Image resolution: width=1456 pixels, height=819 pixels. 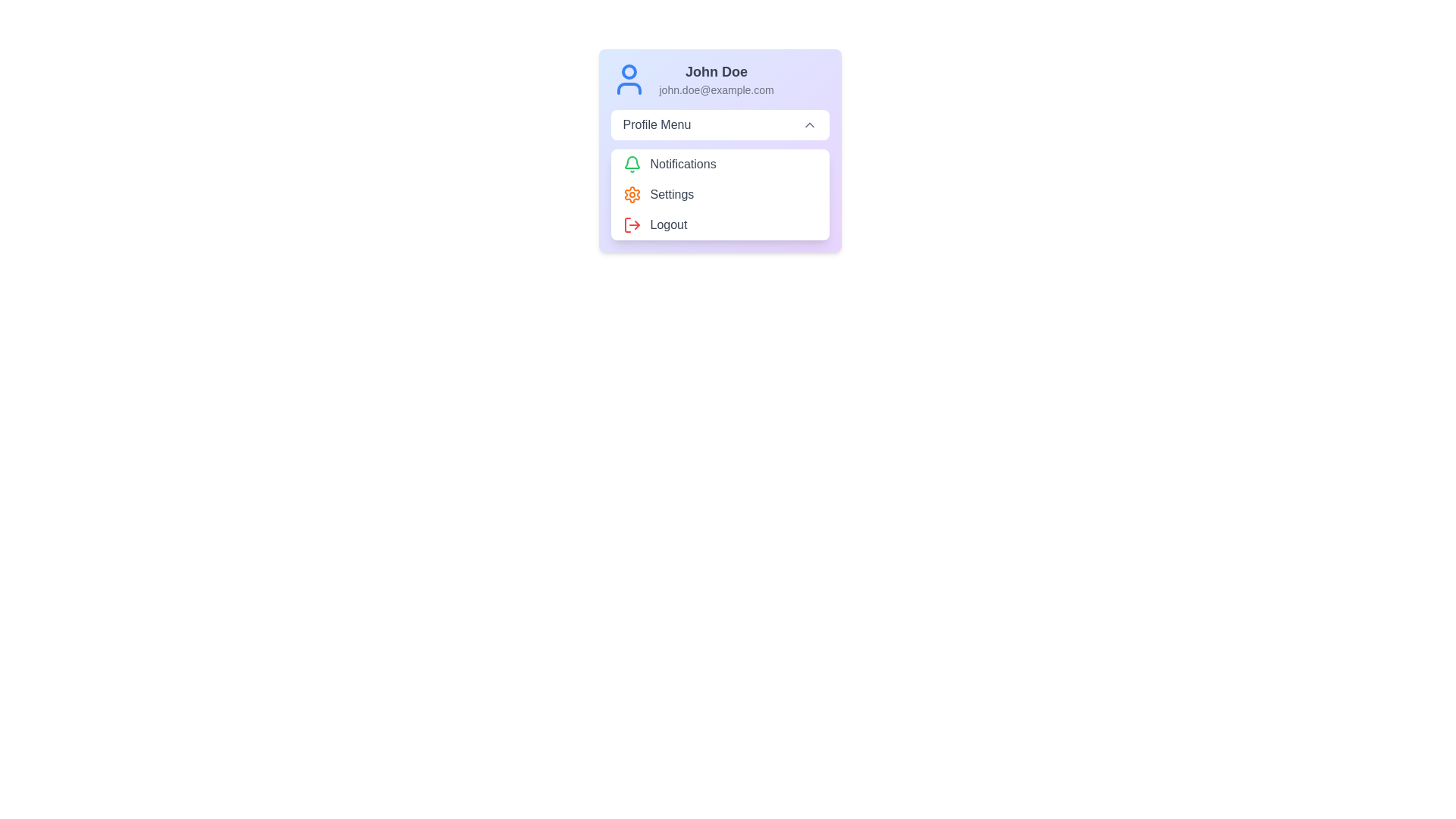 What do you see at coordinates (671, 194) in the screenshot?
I see `the 'Settings' text label, which is styled in gray and positioned in the dropdown menu between 'Notifications' and 'Logout', to the right of an orange gear icon` at bounding box center [671, 194].